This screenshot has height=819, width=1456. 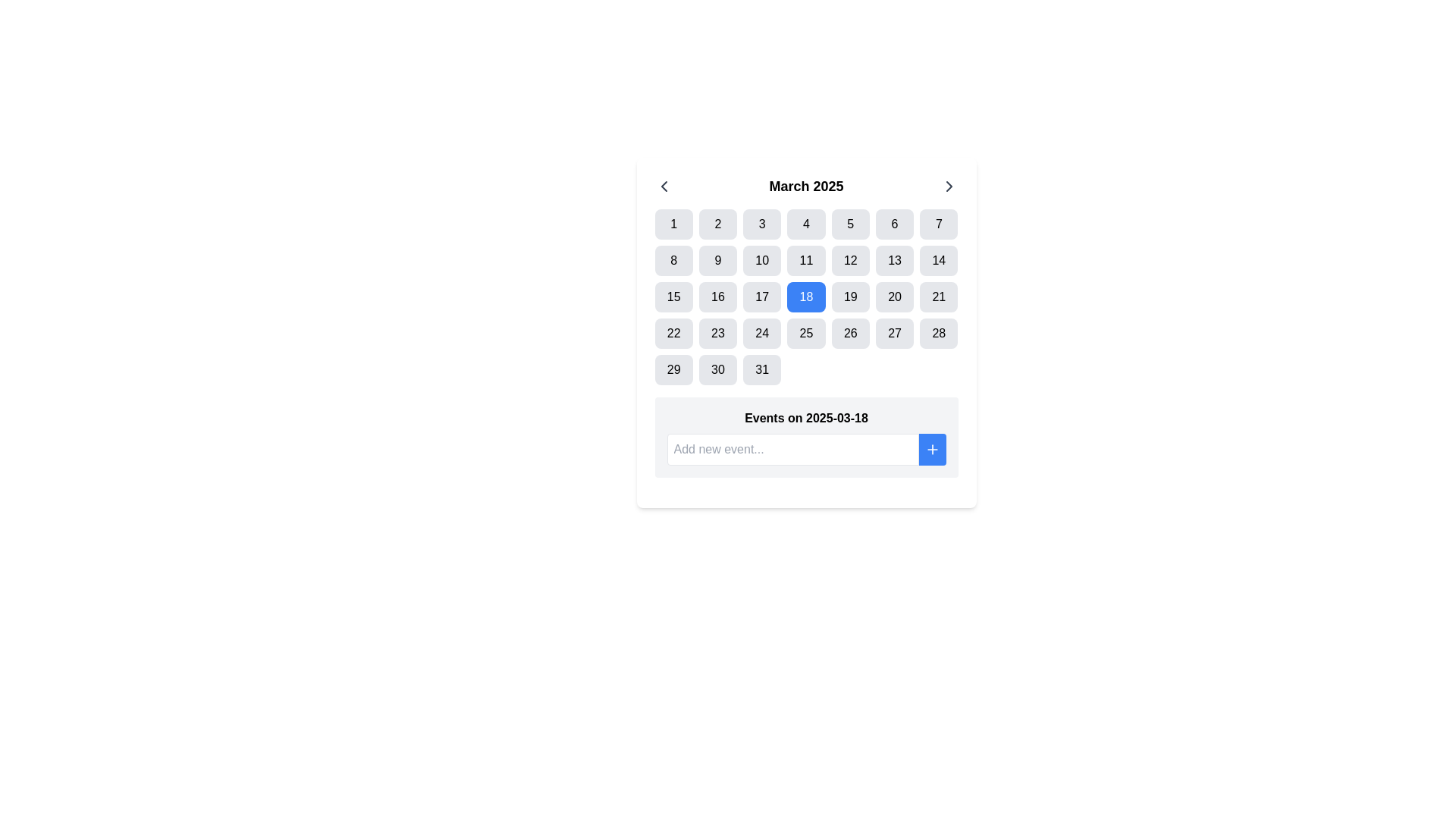 I want to click on the square-shaped button with rounded corners, styled in gray and containing the text '17', so click(x=762, y=297).